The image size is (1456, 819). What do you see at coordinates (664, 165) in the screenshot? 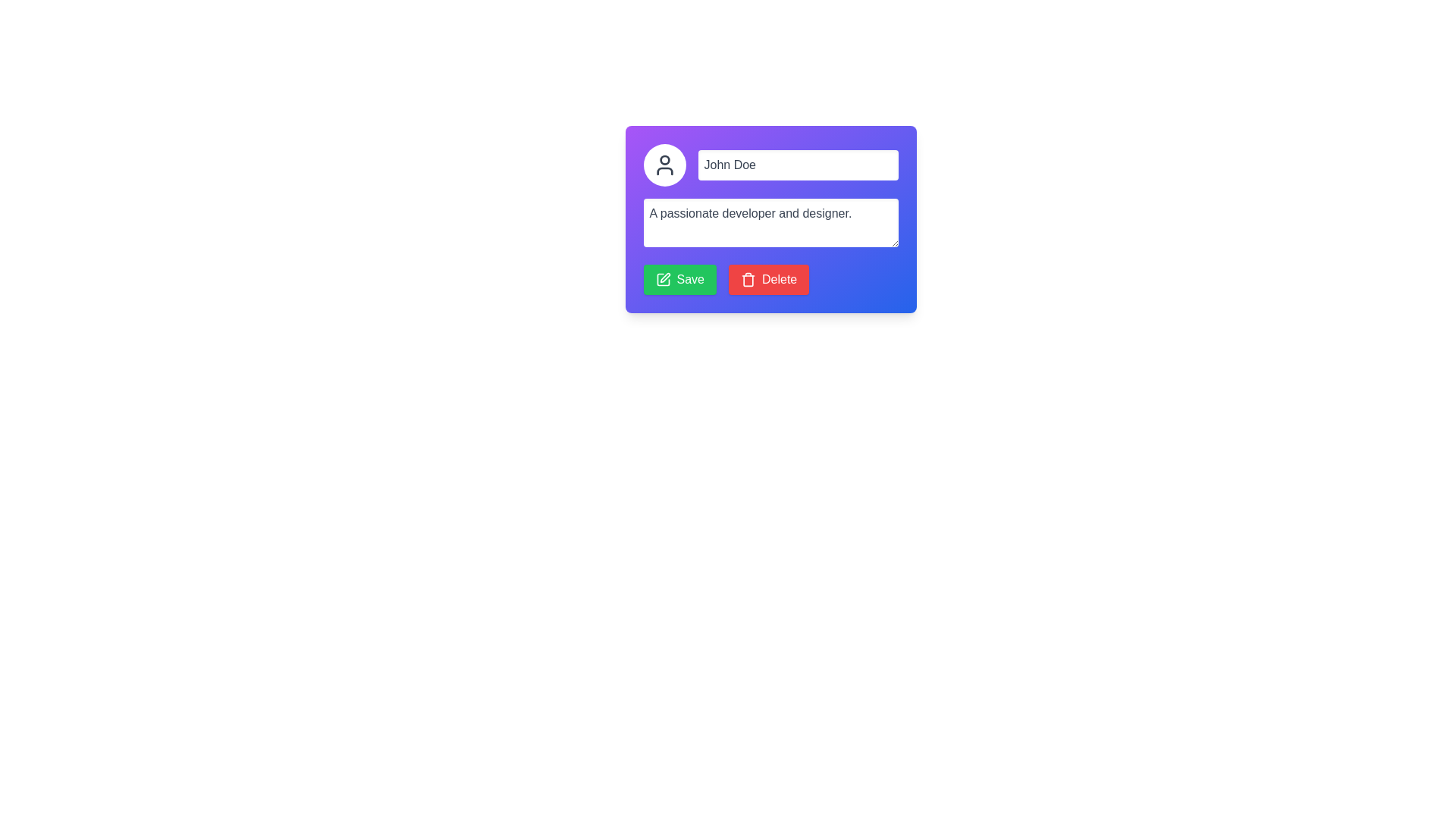
I see `the user icon SVG located within the profile area, which features a circular head and half-circle shoulders, positioned adjacent to the 'John Doe' text input field` at bounding box center [664, 165].